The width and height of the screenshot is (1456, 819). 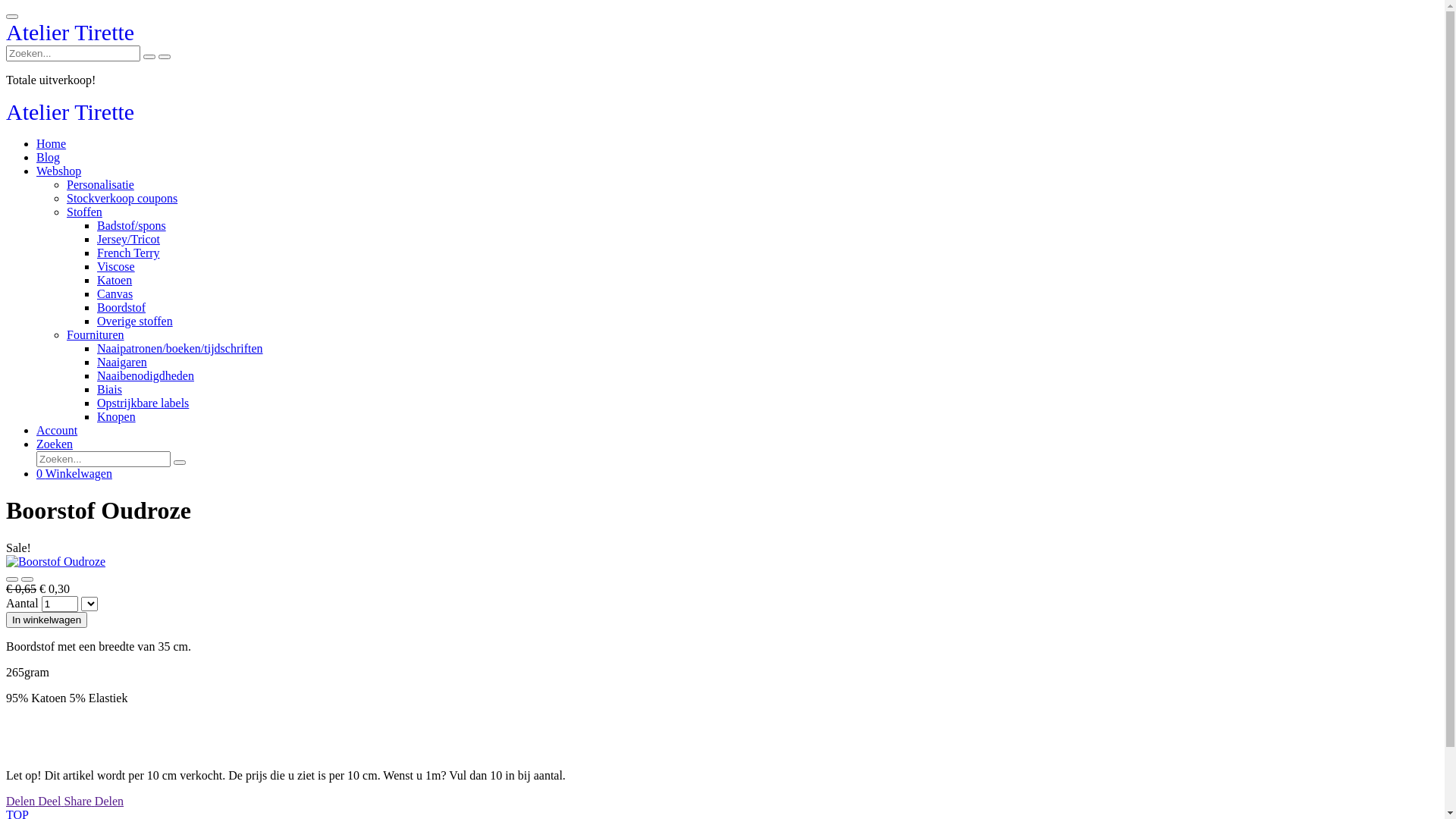 What do you see at coordinates (146, 375) in the screenshot?
I see `'Naaibenodigdheden'` at bounding box center [146, 375].